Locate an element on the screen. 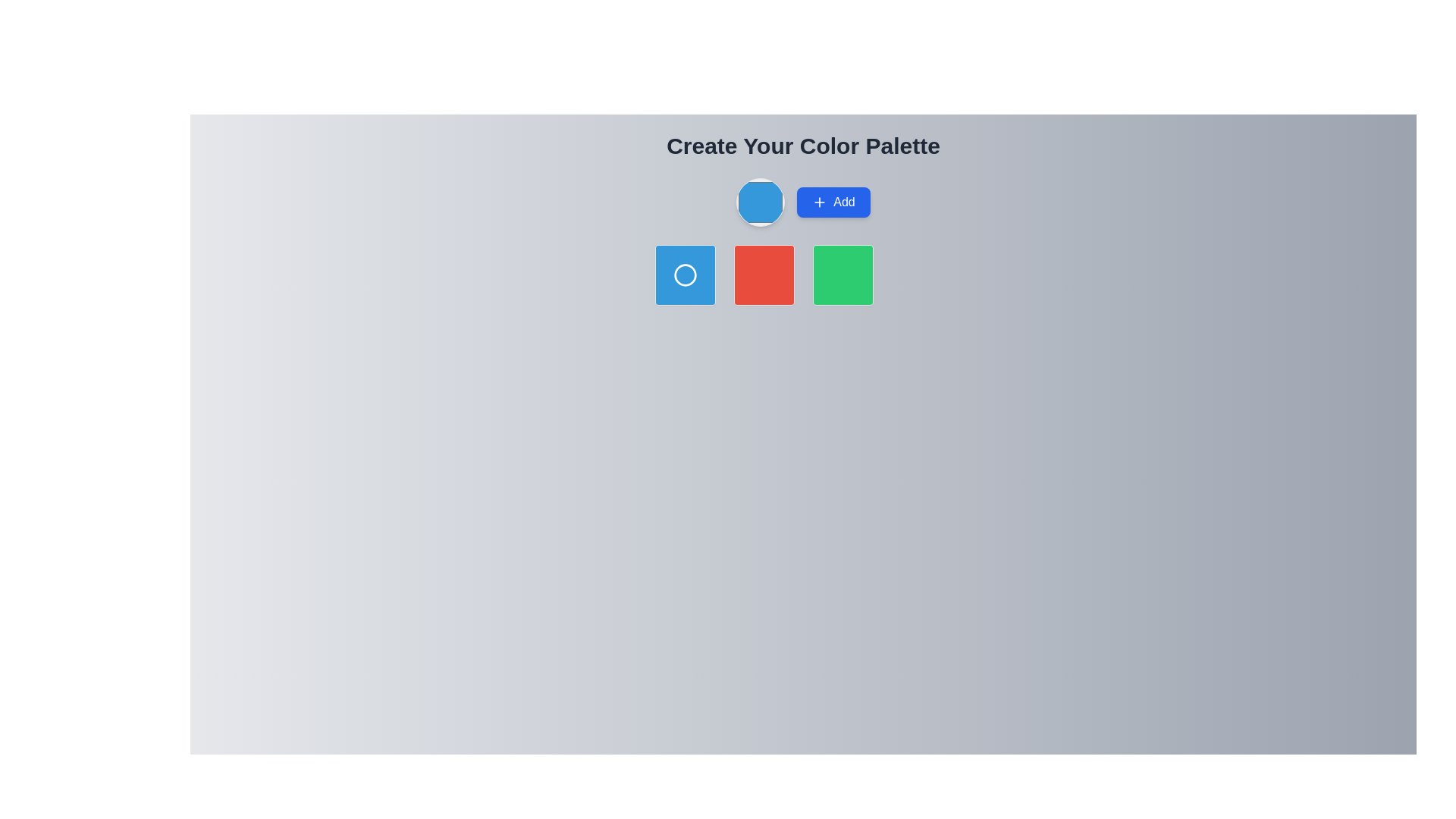 The width and height of the screenshot is (1456, 819). the selectable grid item element with a green background located in the bottom right of the grid, which is part of the 'Create Your Color Palette' section is located at coordinates (842, 275).